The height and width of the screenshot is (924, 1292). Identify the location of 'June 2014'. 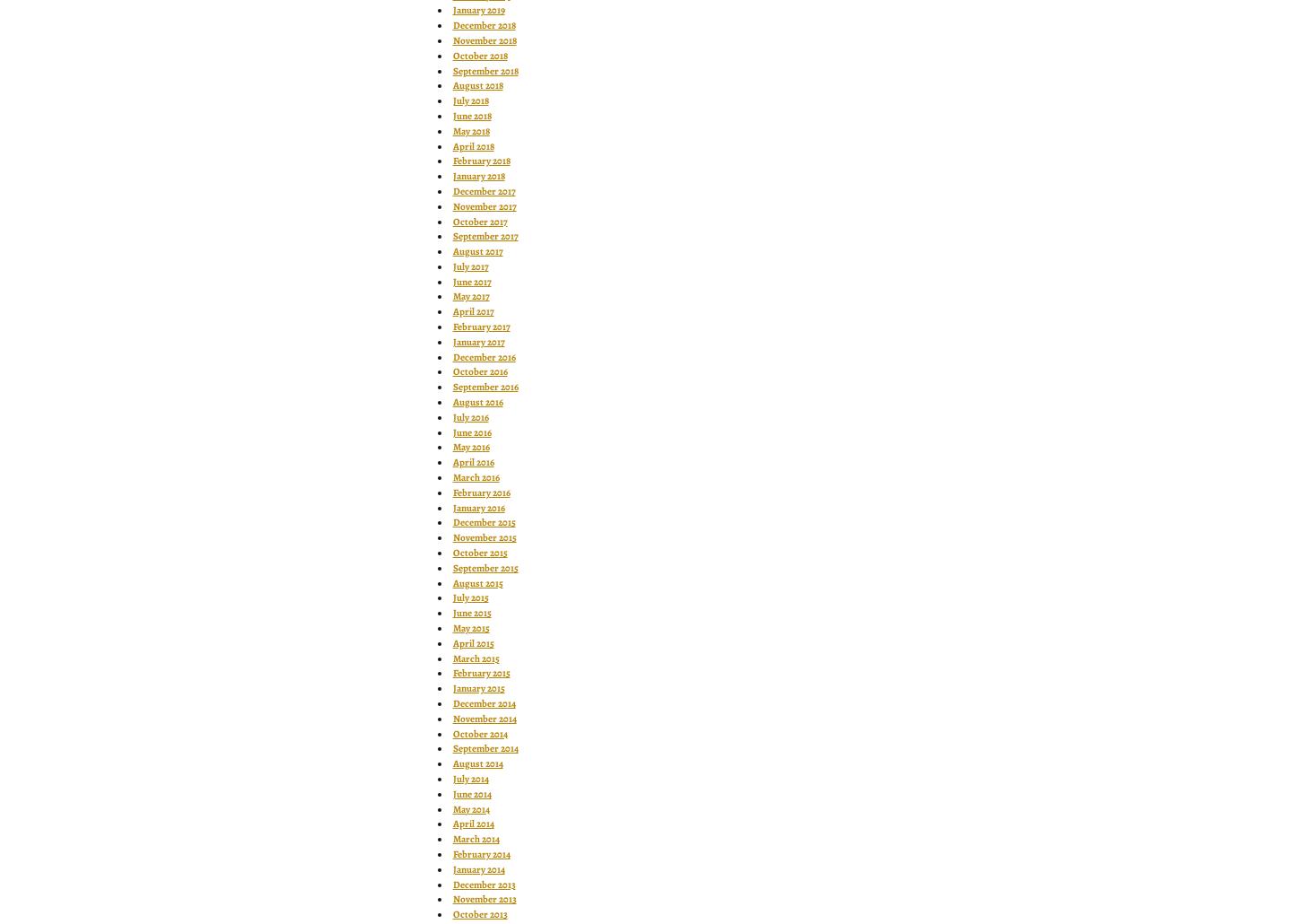
(470, 793).